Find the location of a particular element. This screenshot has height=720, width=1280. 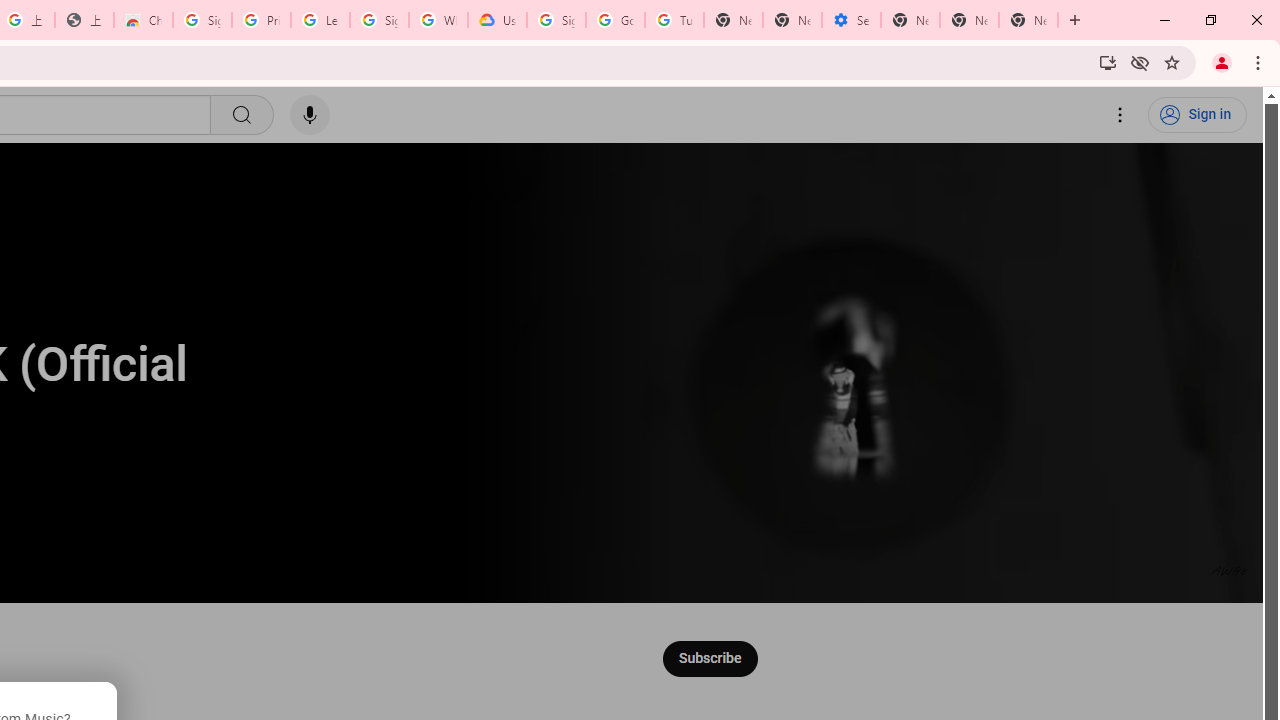

'Settings - Addresses and more' is located at coordinates (851, 20).